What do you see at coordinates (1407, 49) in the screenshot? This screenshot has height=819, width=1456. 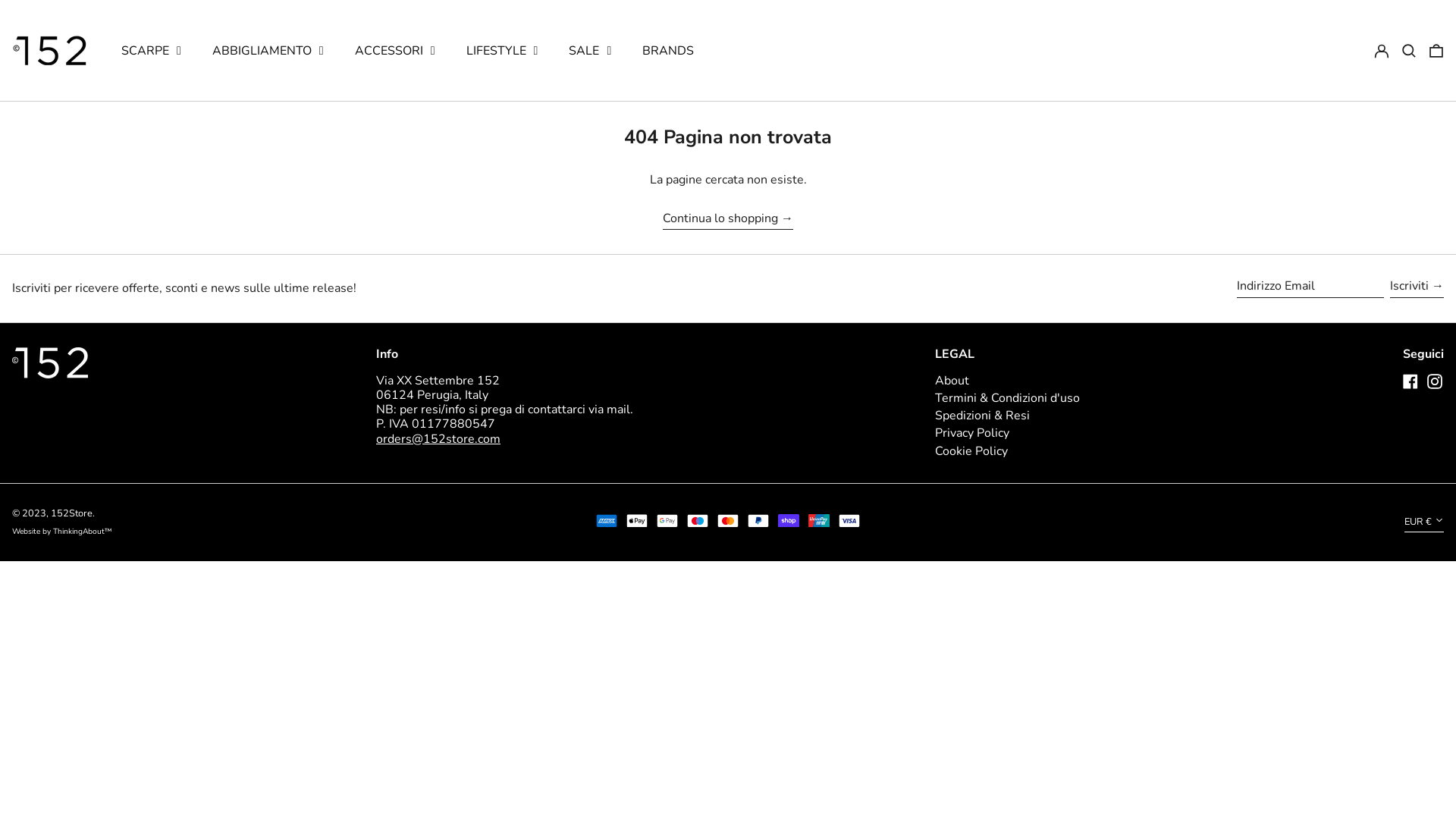 I see `'Cerca'` at bounding box center [1407, 49].